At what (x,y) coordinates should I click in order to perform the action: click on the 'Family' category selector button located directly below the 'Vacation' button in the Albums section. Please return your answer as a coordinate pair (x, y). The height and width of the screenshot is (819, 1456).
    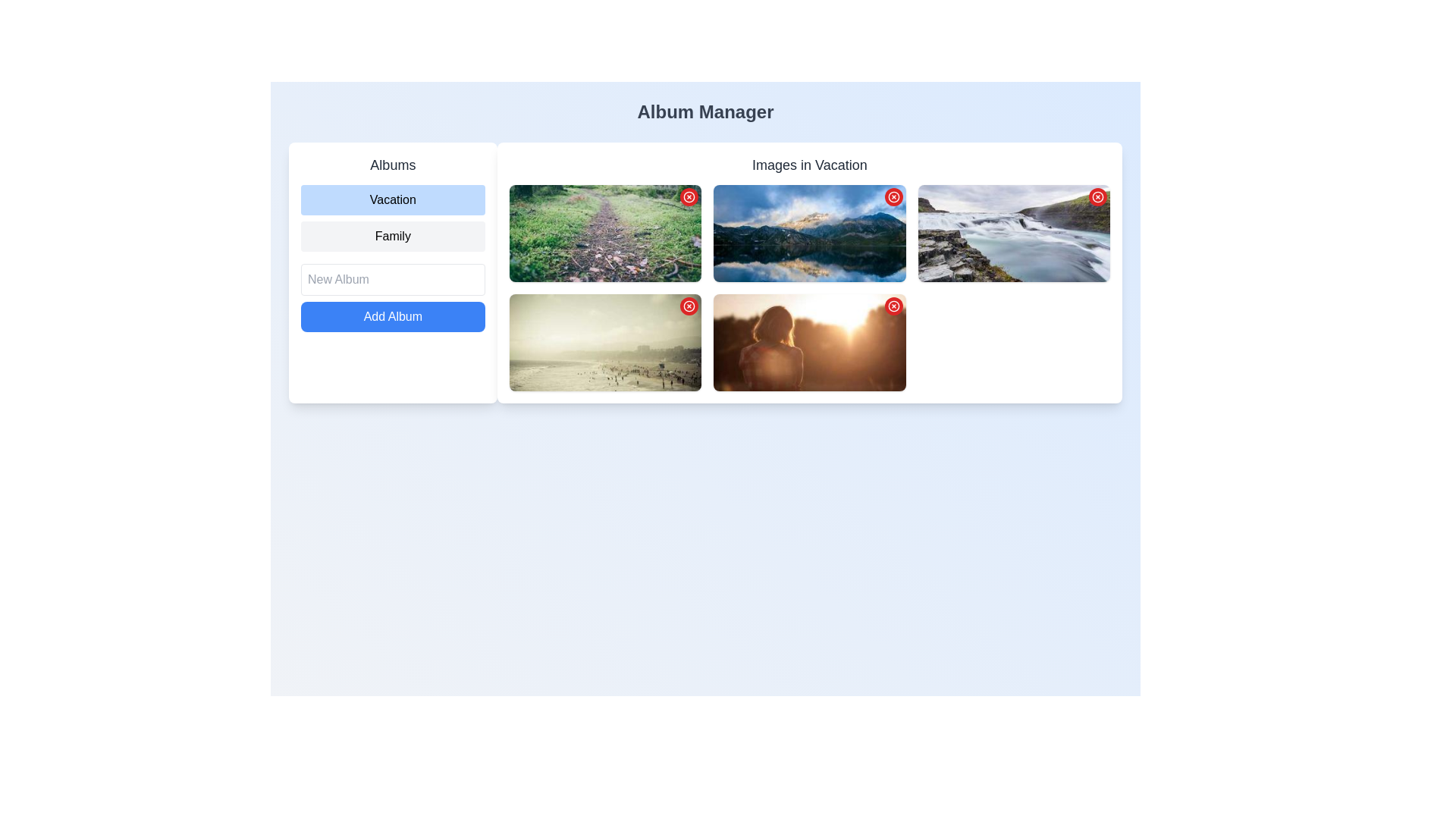
    Looking at the image, I should click on (393, 237).